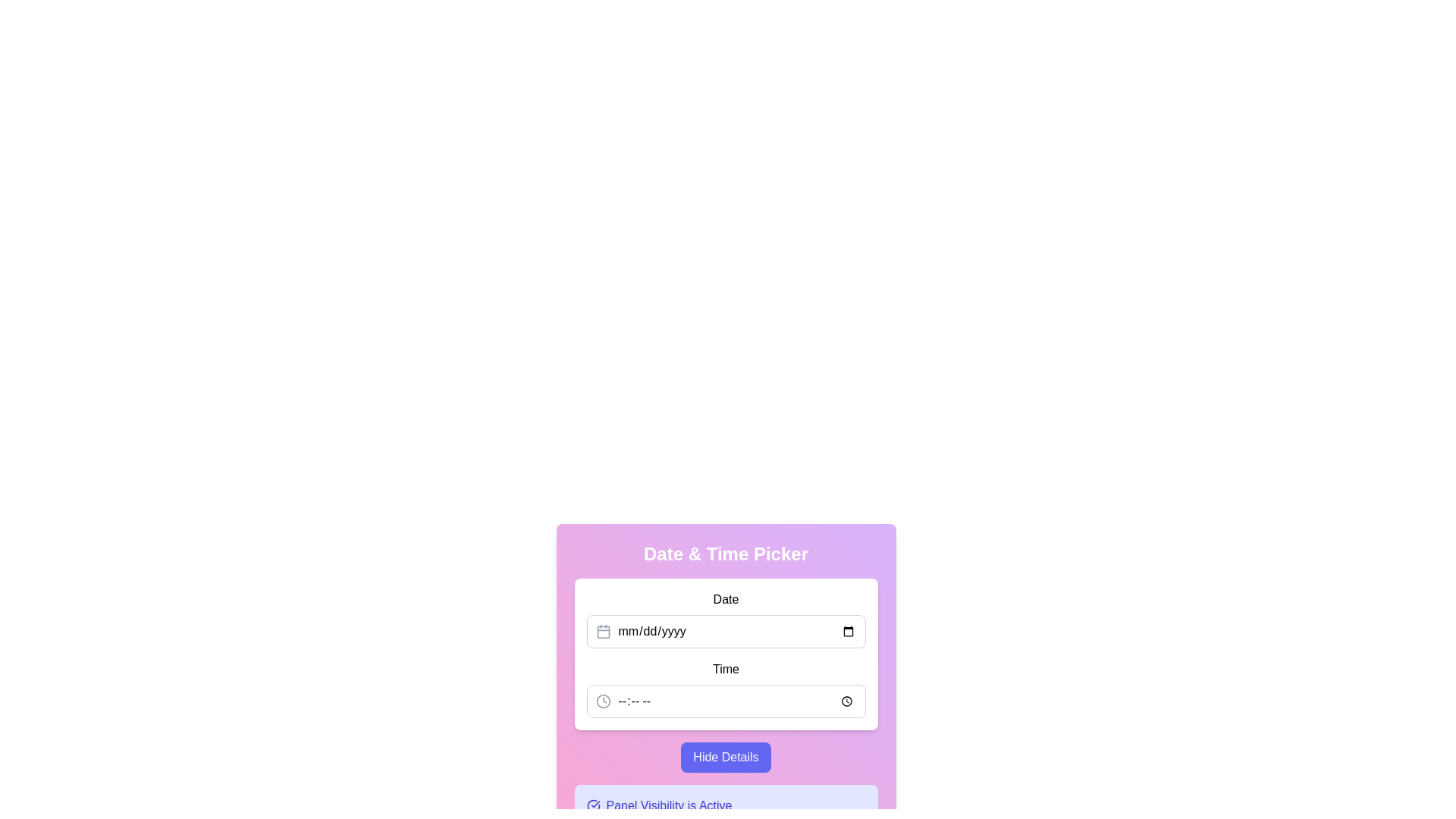  What do you see at coordinates (592, 805) in the screenshot?
I see `the circular icon with a checkmark that is positioned left-aligned relative to the text 'Panel Visibility is Active'` at bounding box center [592, 805].